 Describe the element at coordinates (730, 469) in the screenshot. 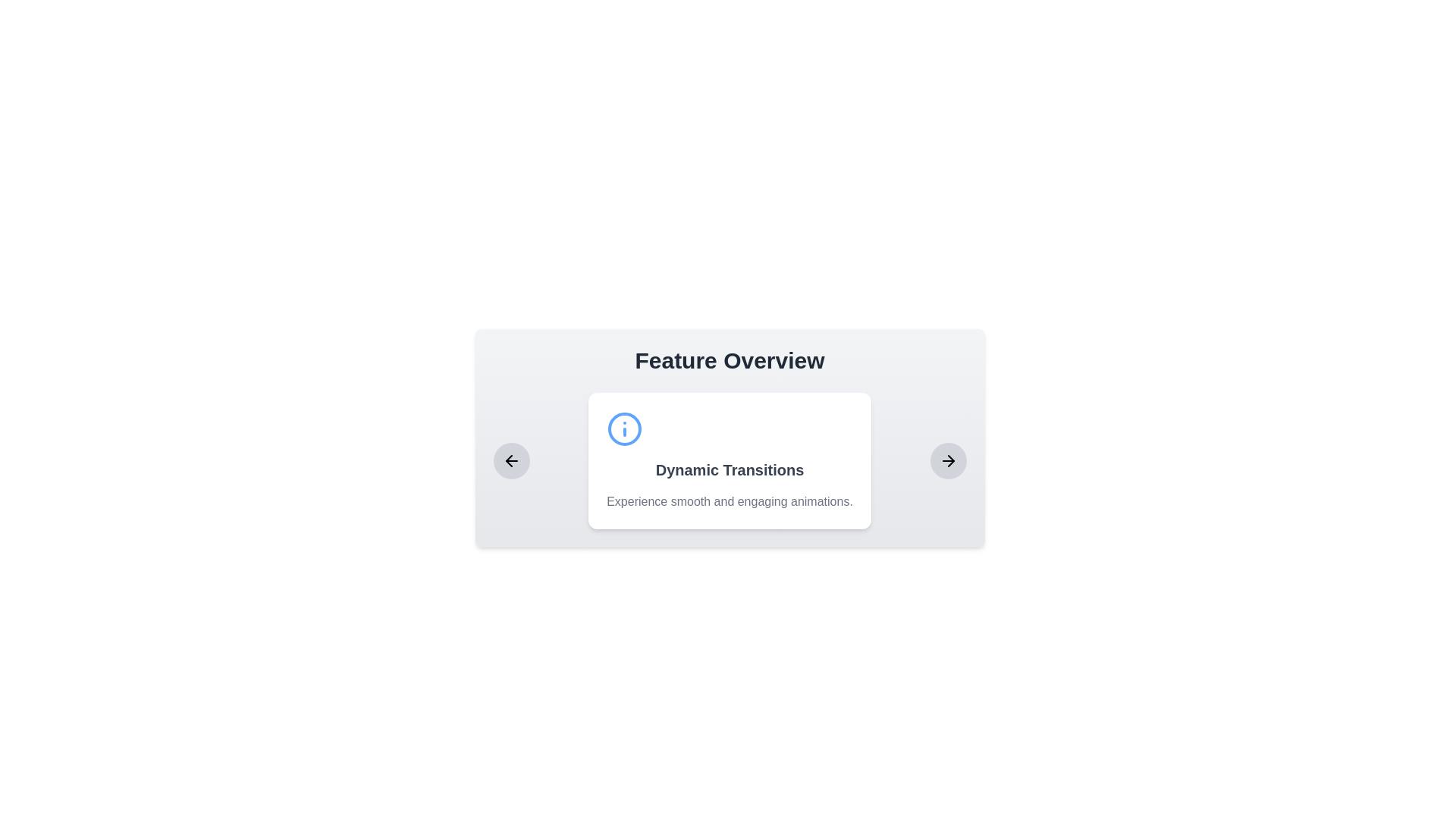

I see `text content of the Text Label that serves as the title or heading for the card, positioned in the upper-middle section below the info icon` at that location.